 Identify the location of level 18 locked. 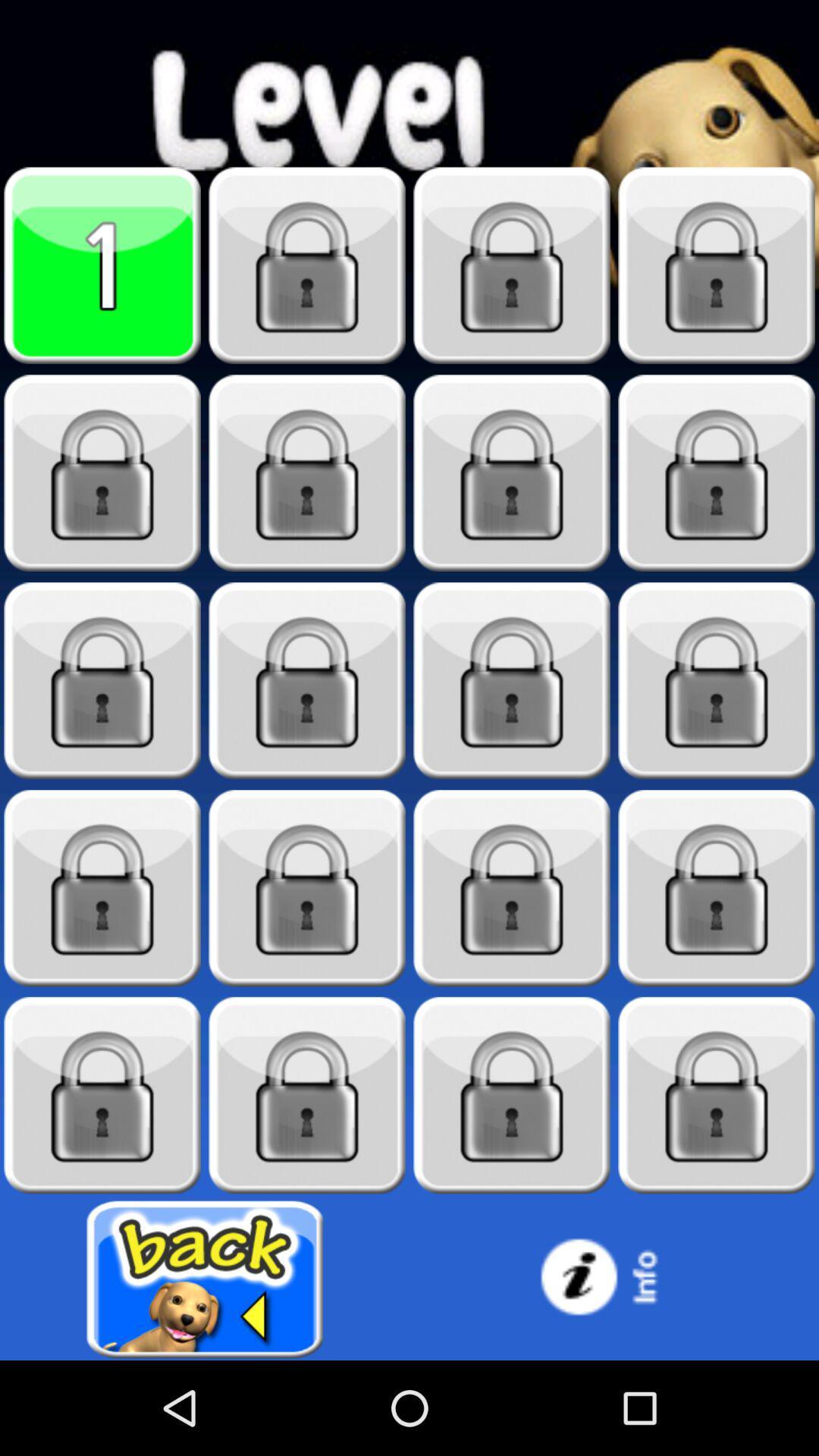
(307, 1095).